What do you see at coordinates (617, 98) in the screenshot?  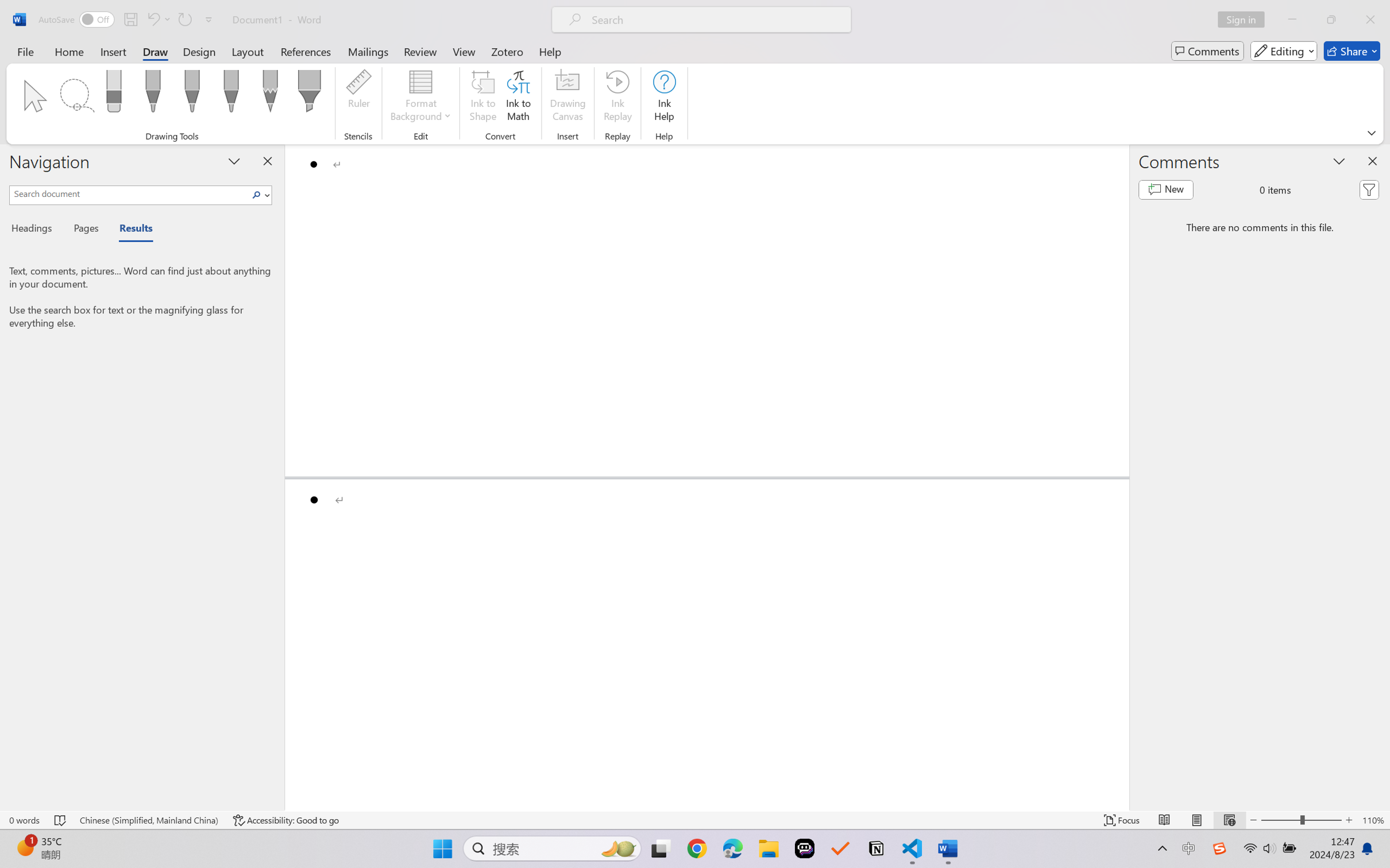 I see `'Ink Replay'` at bounding box center [617, 98].